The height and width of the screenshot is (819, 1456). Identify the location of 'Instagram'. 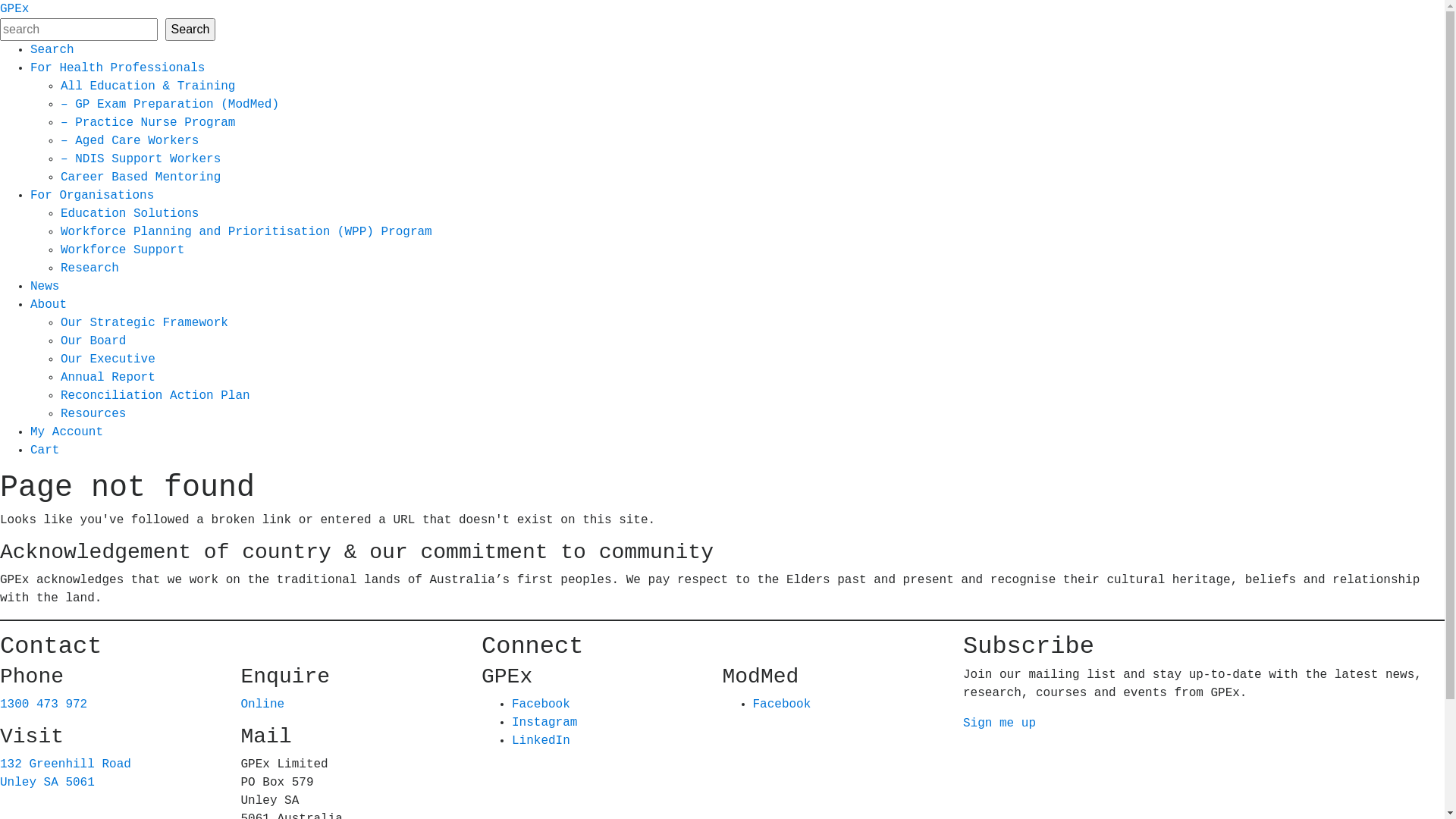
(512, 721).